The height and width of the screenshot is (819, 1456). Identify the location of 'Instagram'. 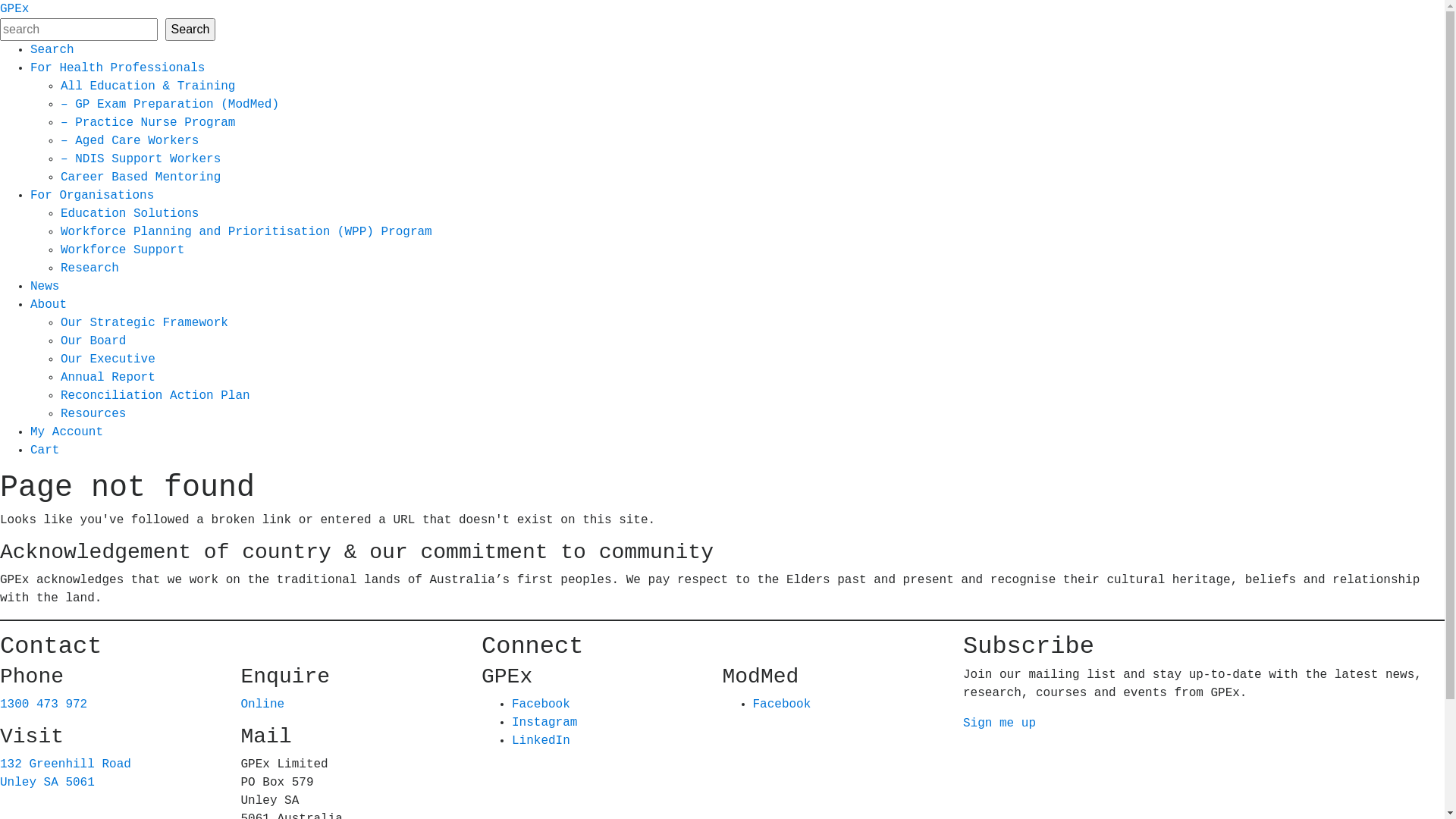
(512, 721).